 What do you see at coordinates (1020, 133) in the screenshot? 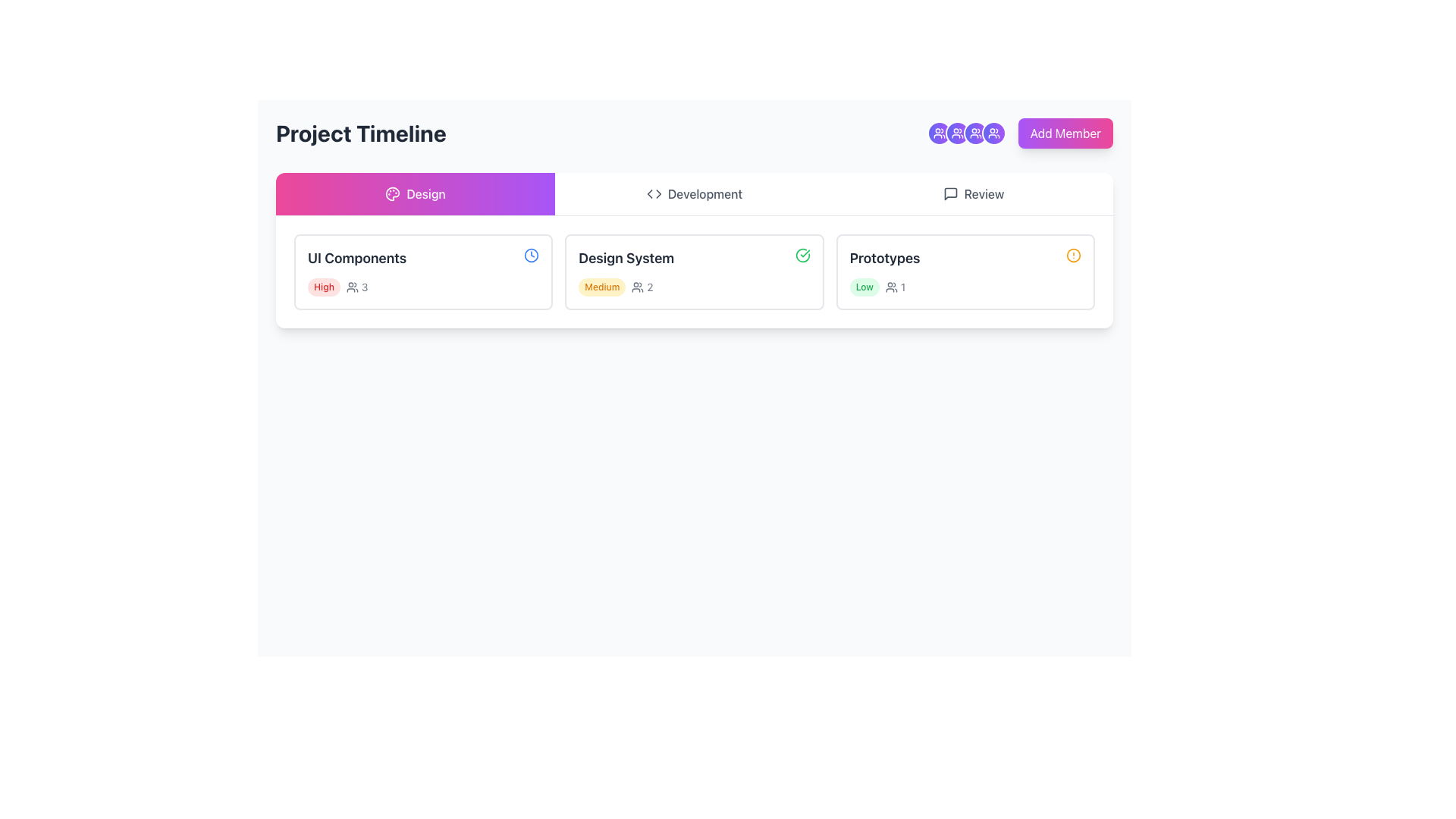
I see `the 'Add Member' button located in the upper-right corner under the 'Project Timeline' header` at bounding box center [1020, 133].